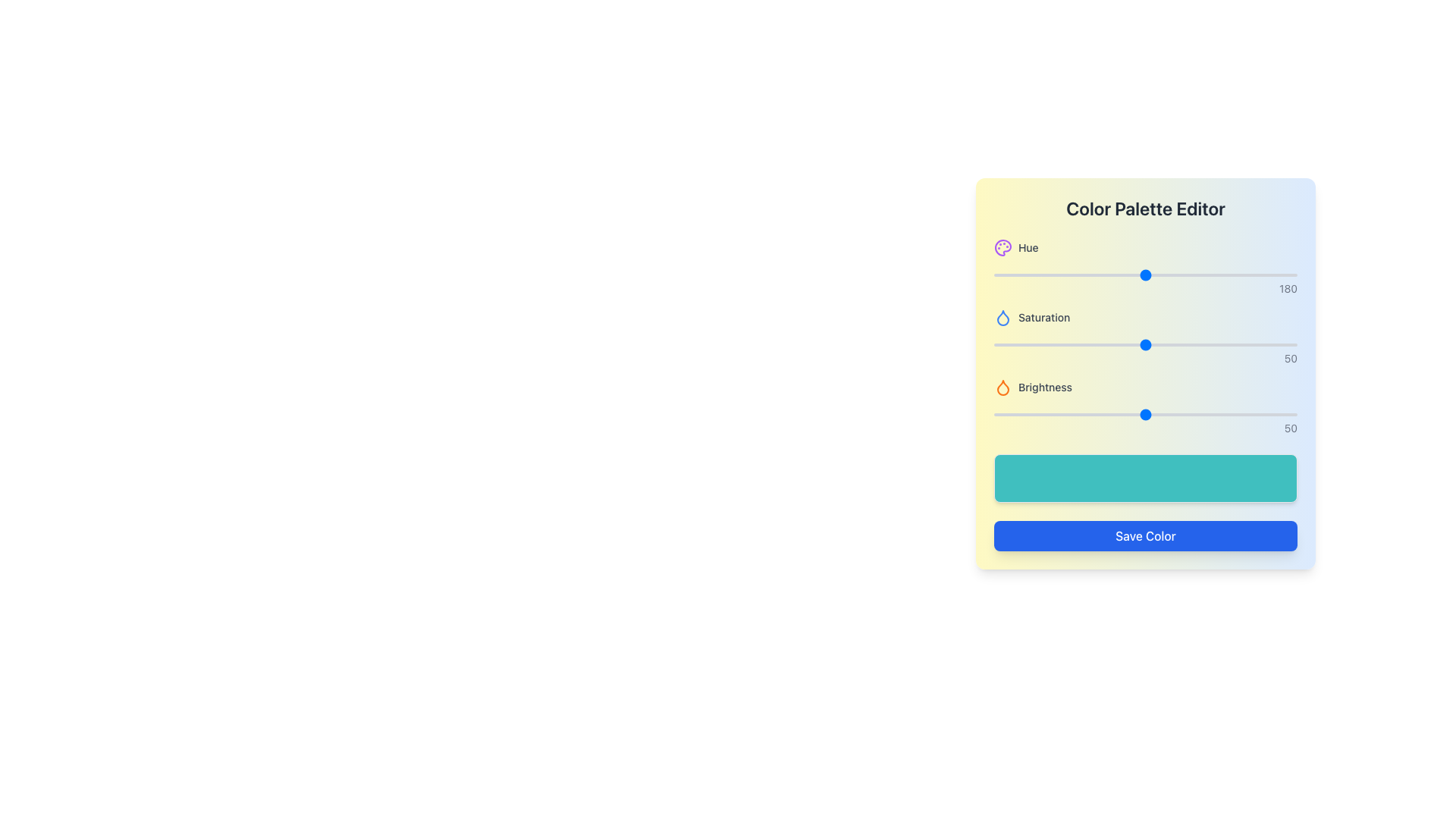  I want to click on hue, so click(1223, 275).